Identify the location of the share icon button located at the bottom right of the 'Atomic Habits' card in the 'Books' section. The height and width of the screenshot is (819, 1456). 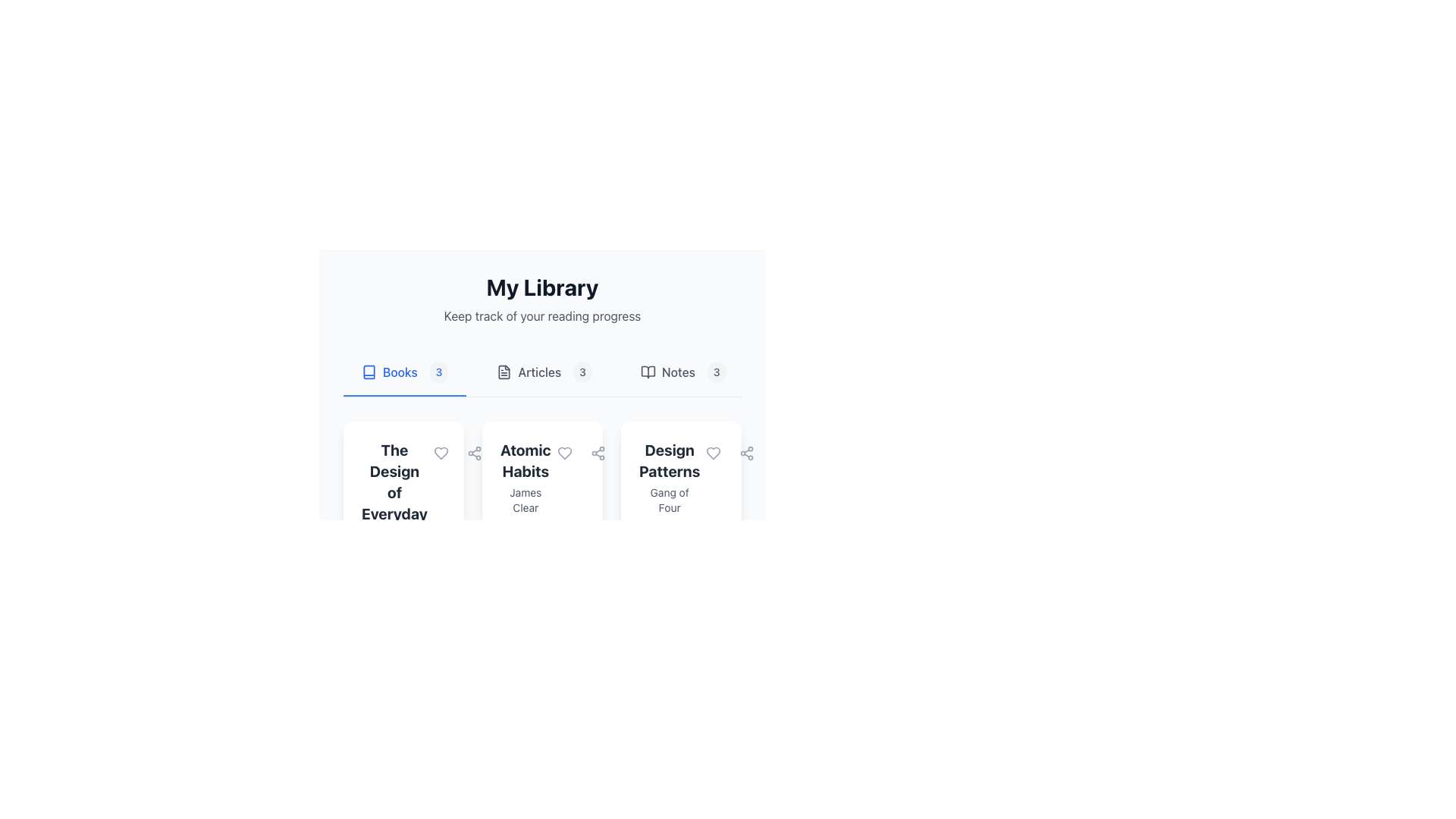
(597, 452).